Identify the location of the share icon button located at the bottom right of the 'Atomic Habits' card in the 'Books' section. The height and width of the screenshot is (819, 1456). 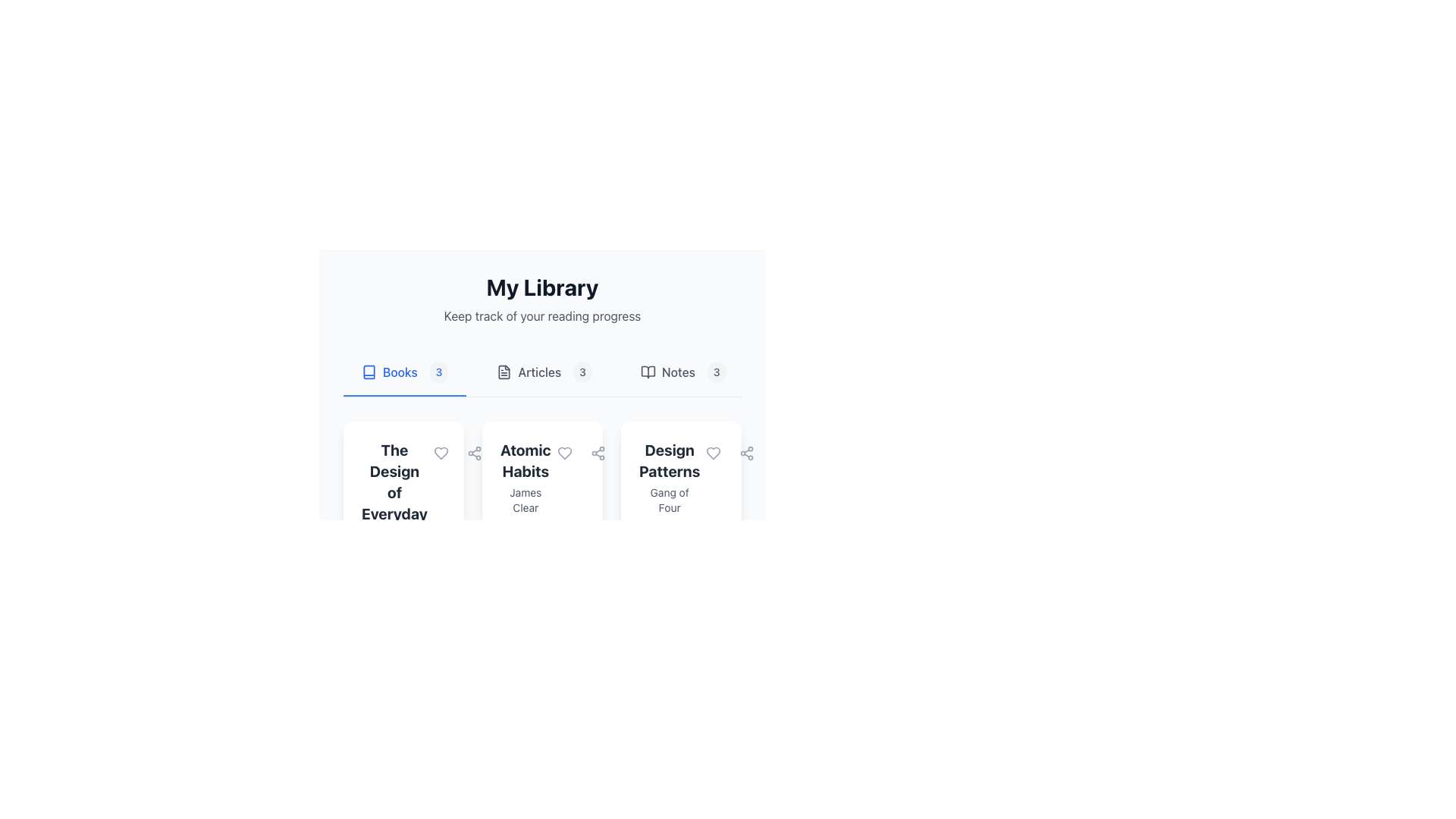
(597, 452).